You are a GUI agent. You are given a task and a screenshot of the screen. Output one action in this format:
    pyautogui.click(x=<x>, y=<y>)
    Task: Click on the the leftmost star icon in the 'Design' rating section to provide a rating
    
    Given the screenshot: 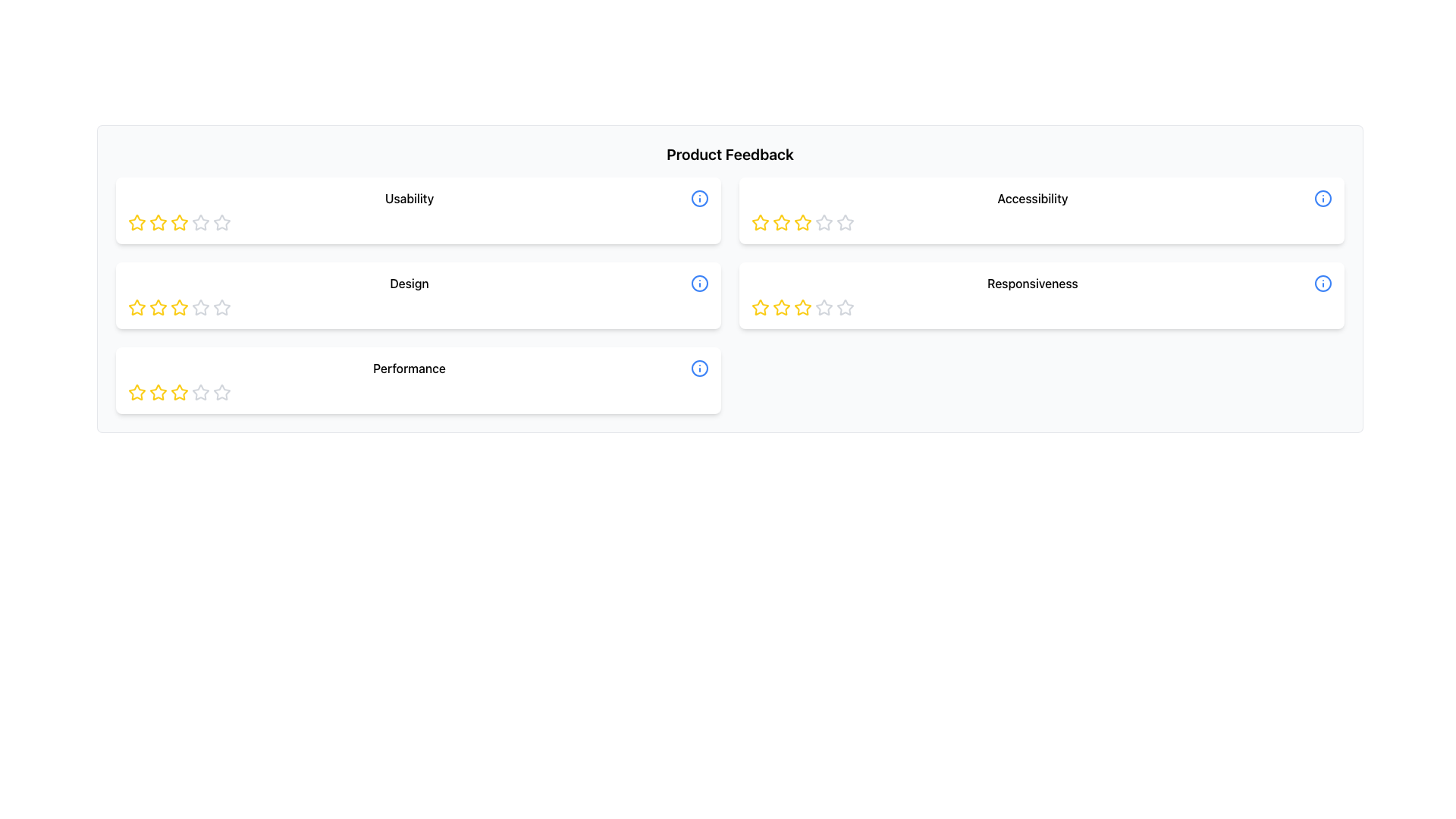 What is the action you would take?
    pyautogui.click(x=137, y=307)
    